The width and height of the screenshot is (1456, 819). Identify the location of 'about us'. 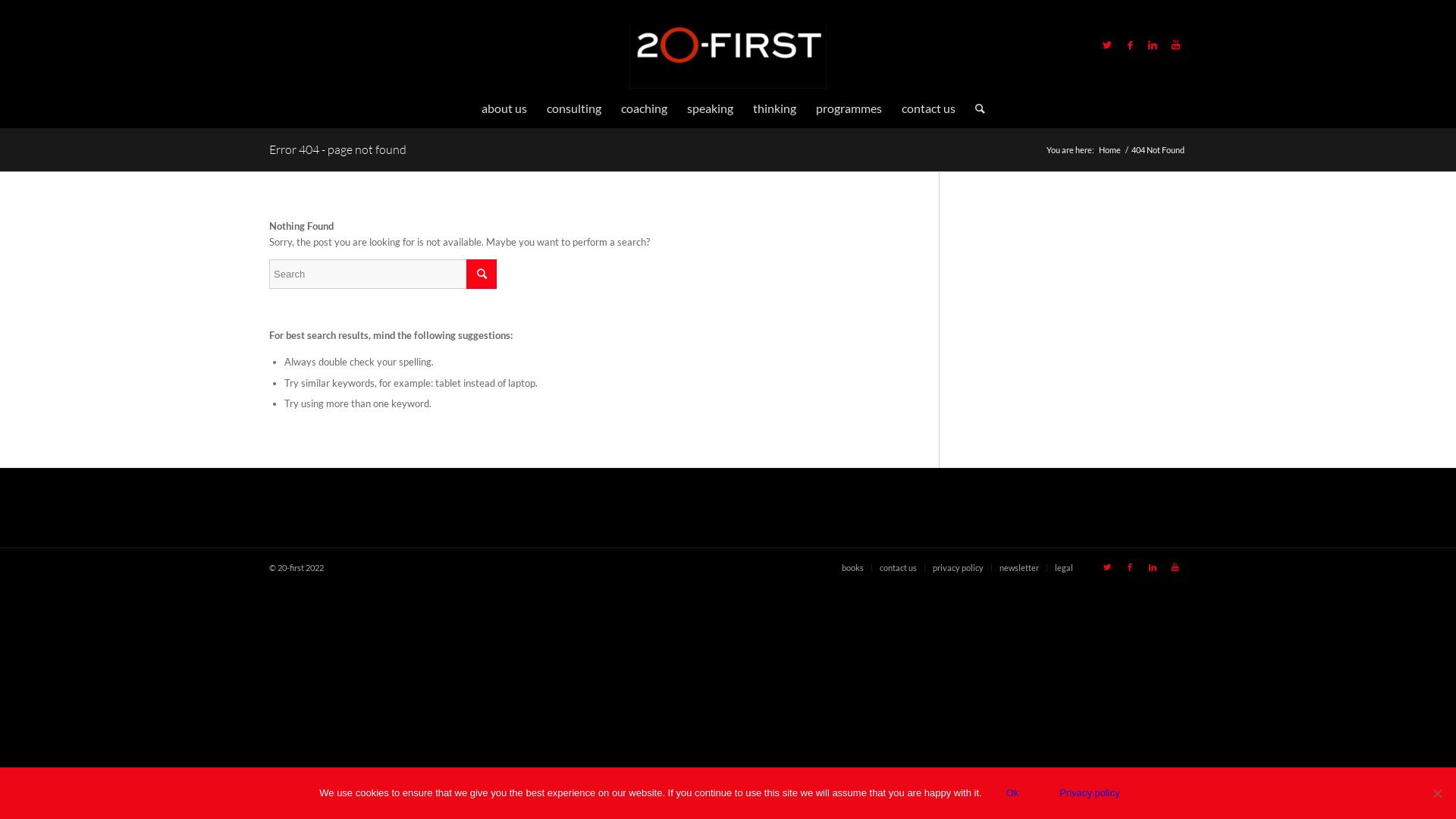
(504, 107).